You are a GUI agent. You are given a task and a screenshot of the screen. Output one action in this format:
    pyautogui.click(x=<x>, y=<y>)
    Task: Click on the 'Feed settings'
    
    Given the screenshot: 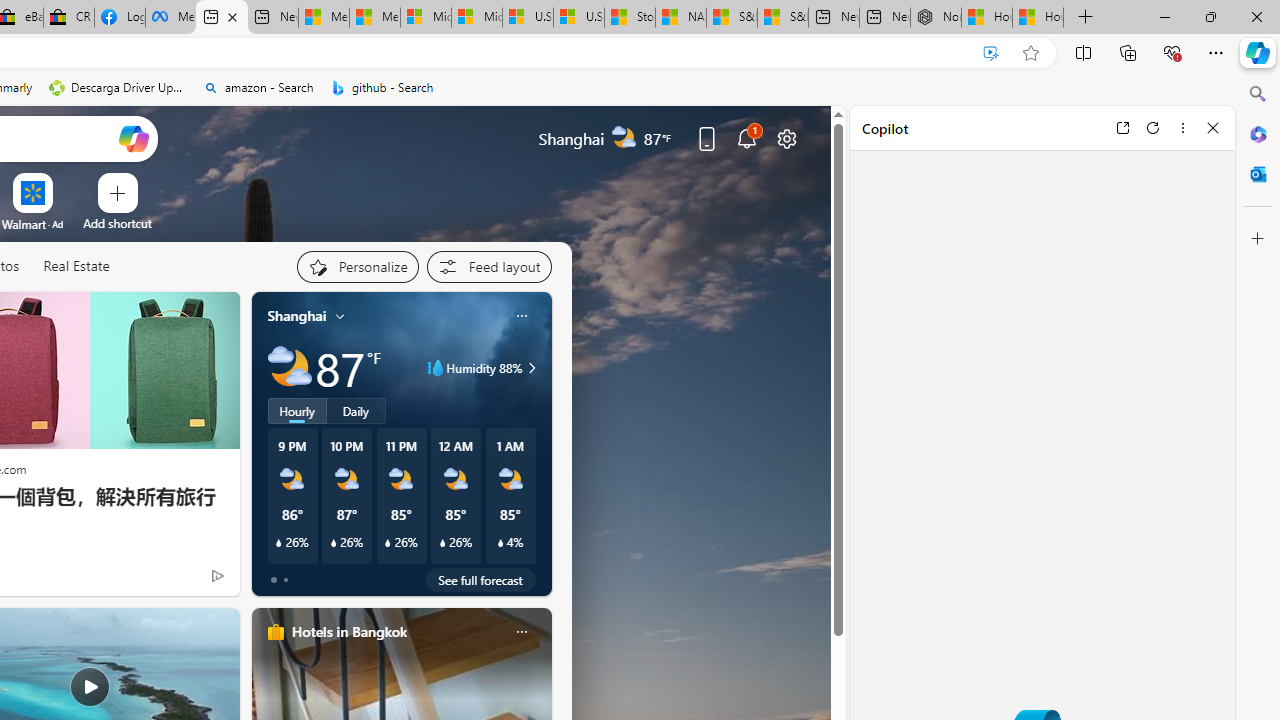 What is the action you would take?
    pyautogui.click(x=488, y=266)
    